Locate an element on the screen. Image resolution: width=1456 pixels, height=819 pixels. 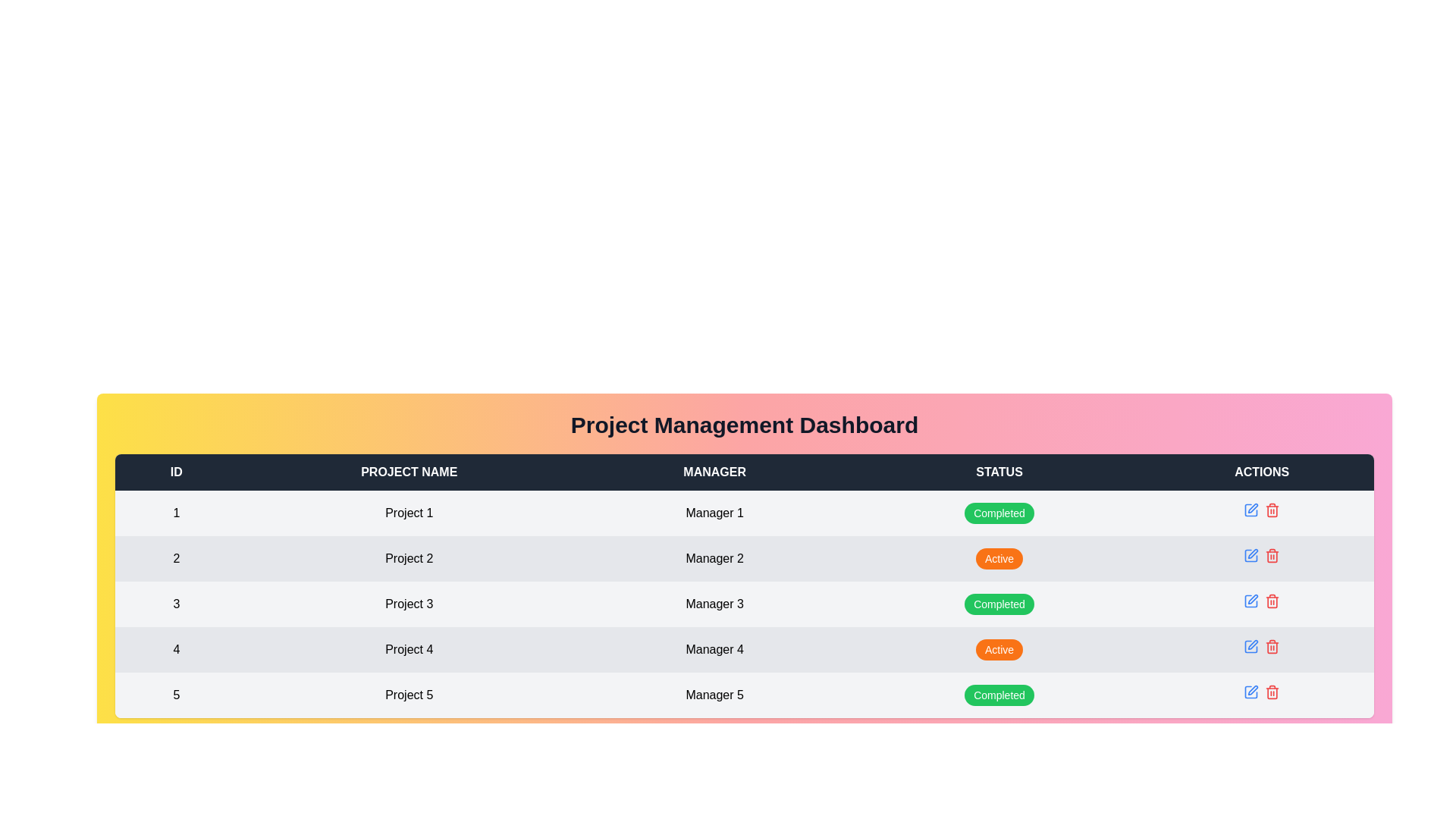
the main body of the trash bin vector graphic located in the 'Actions' column next to the fifth row of the project list is located at coordinates (1272, 557).